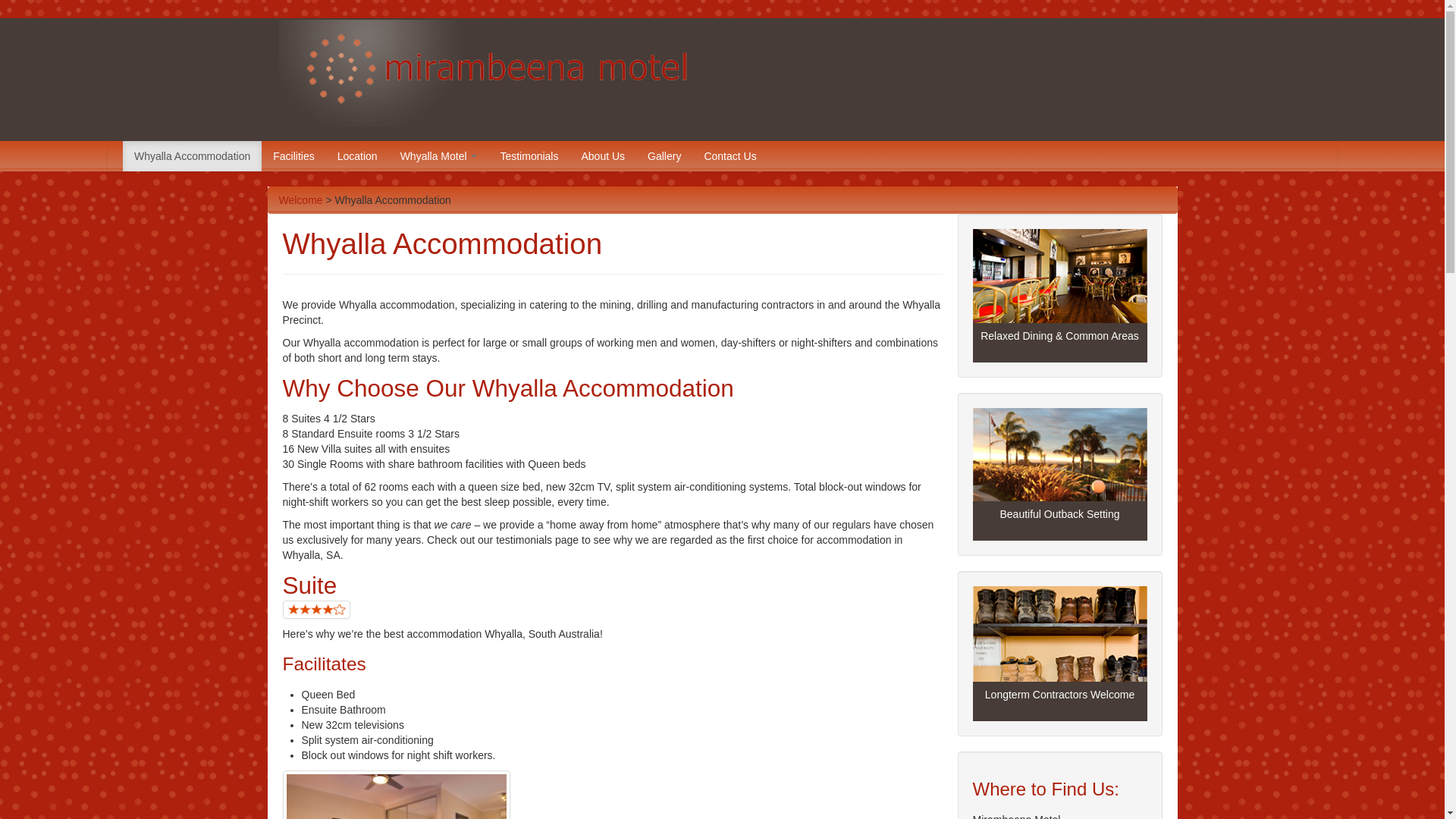  I want to click on 'Contact Us', so click(730, 155).